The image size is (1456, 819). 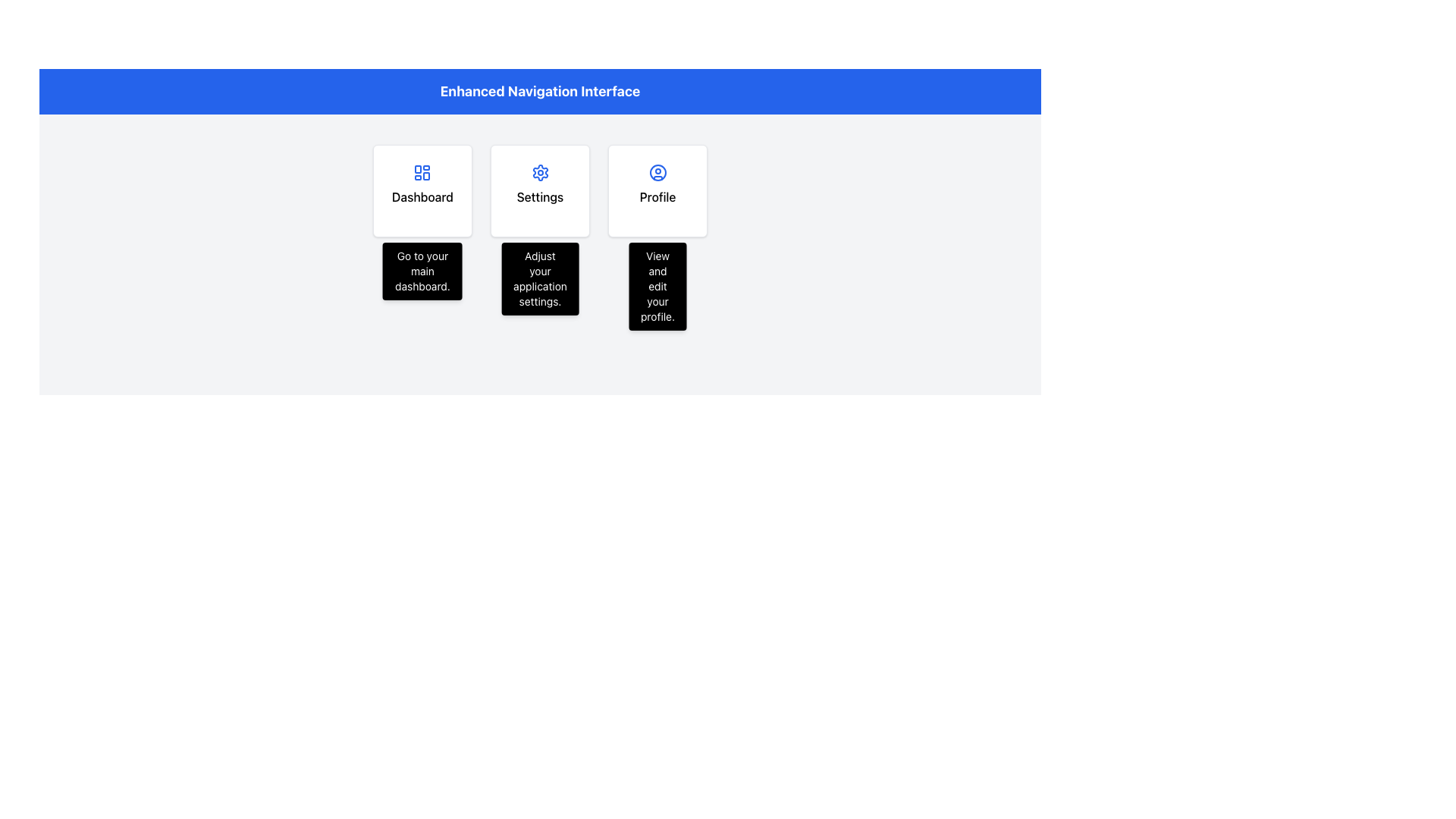 What do you see at coordinates (657, 171) in the screenshot?
I see `the user profile icon, which is a blue graphical representation of a head and shoulders, located at the top center of the 'Profile' card` at bounding box center [657, 171].